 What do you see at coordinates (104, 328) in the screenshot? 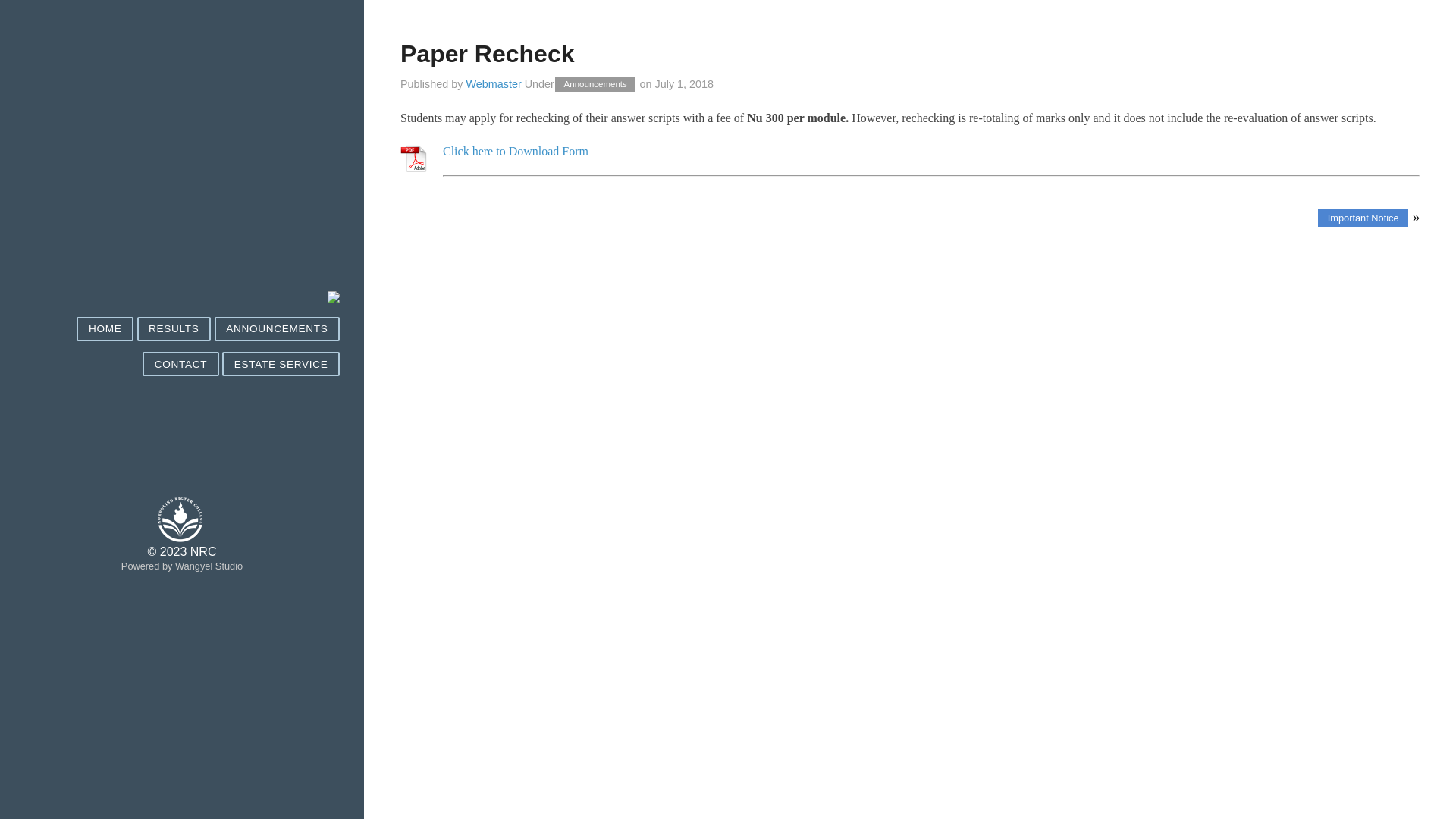
I see `'HOME'` at bounding box center [104, 328].